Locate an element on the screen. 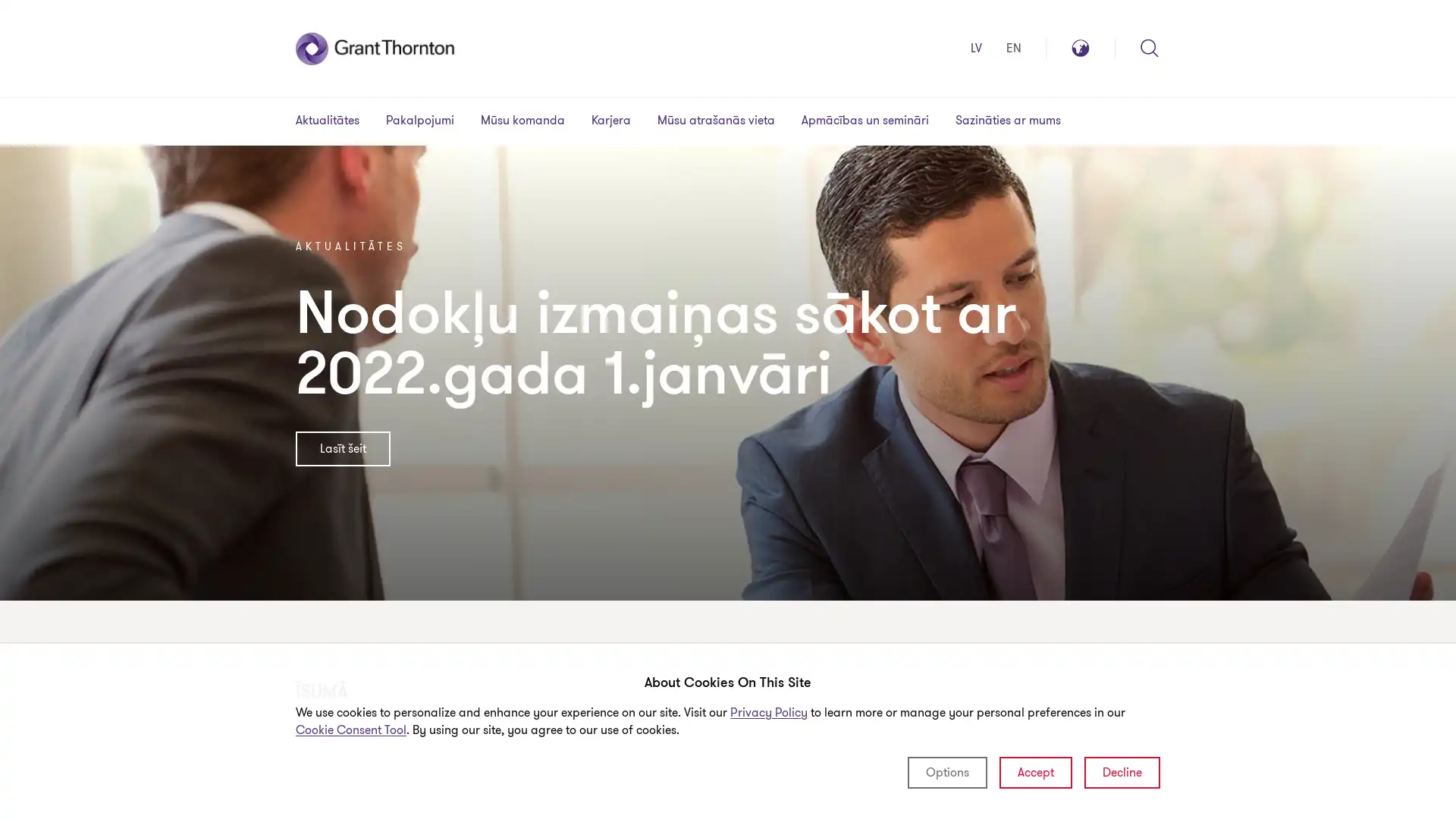  Decline is located at coordinates (1122, 772).